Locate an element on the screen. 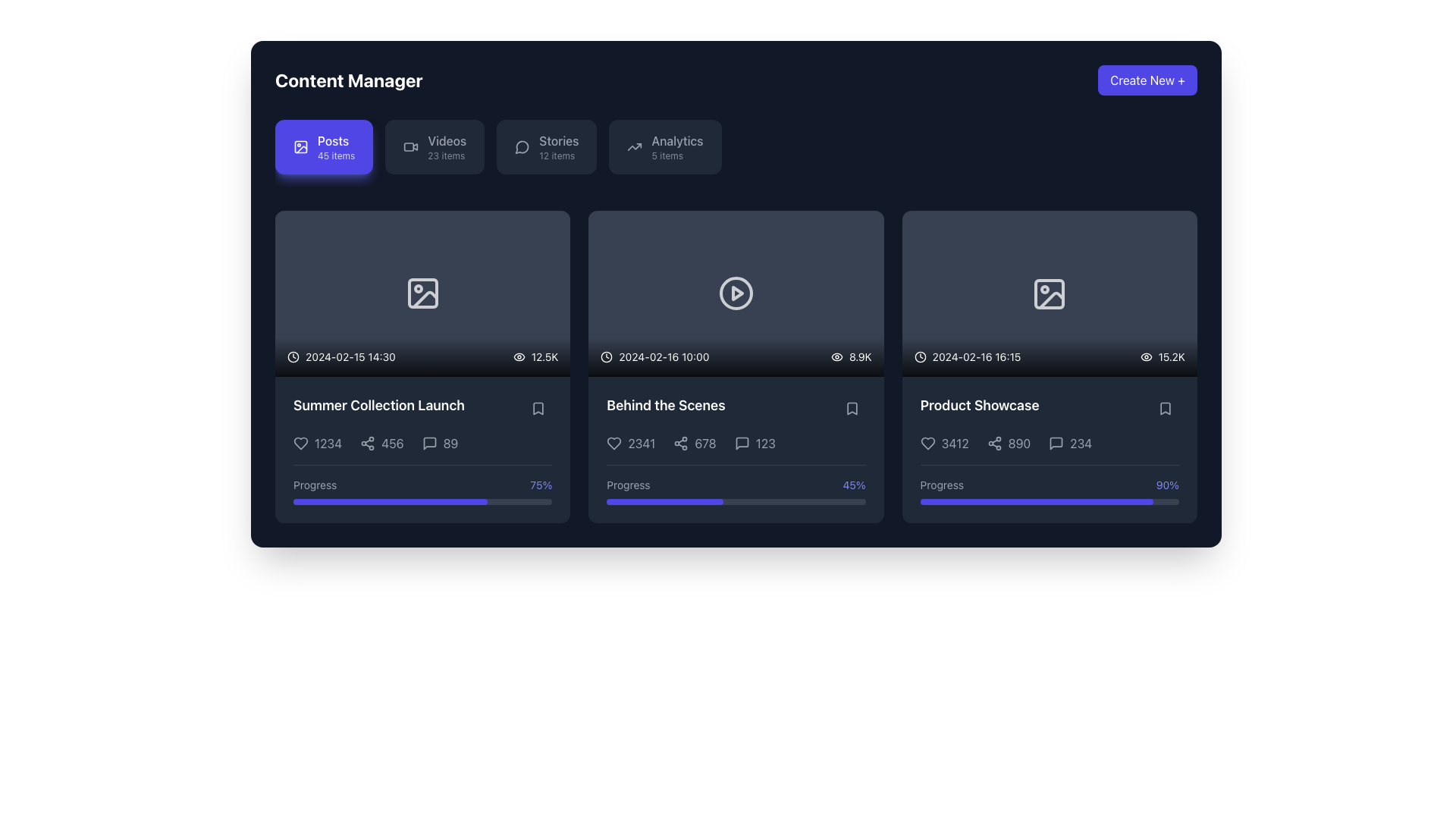 This screenshot has height=819, width=1456. the label displaying the view count '12.5K', which is styled in a small white font on a dark background, located in the top-right corner of the 'Summer Collection Launch' card, next to an eye icon is located at coordinates (544, 356).